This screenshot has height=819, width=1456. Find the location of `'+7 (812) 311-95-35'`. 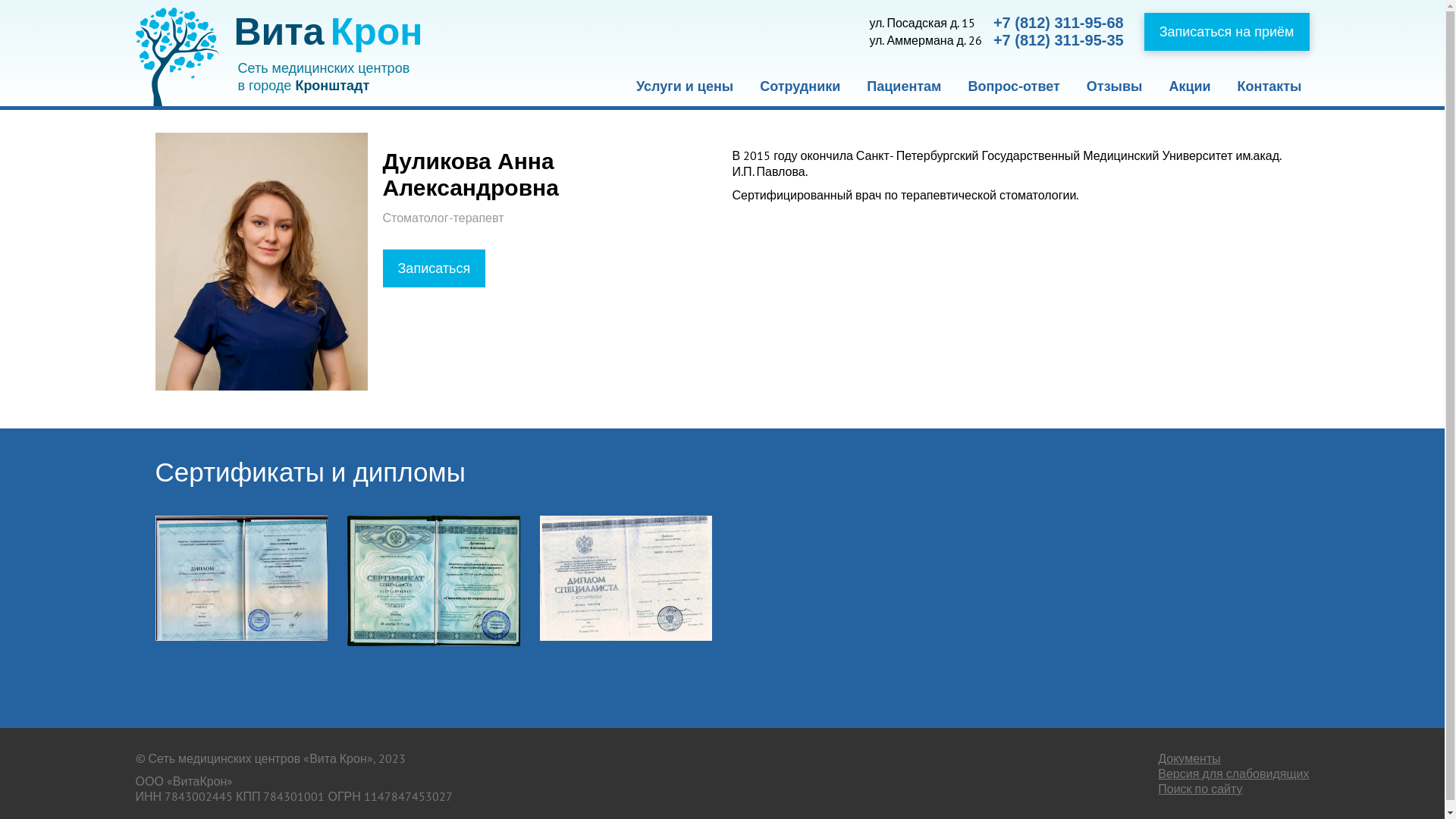

'+7 (812) 311-95-35' is located at coordinates (1058, 39).